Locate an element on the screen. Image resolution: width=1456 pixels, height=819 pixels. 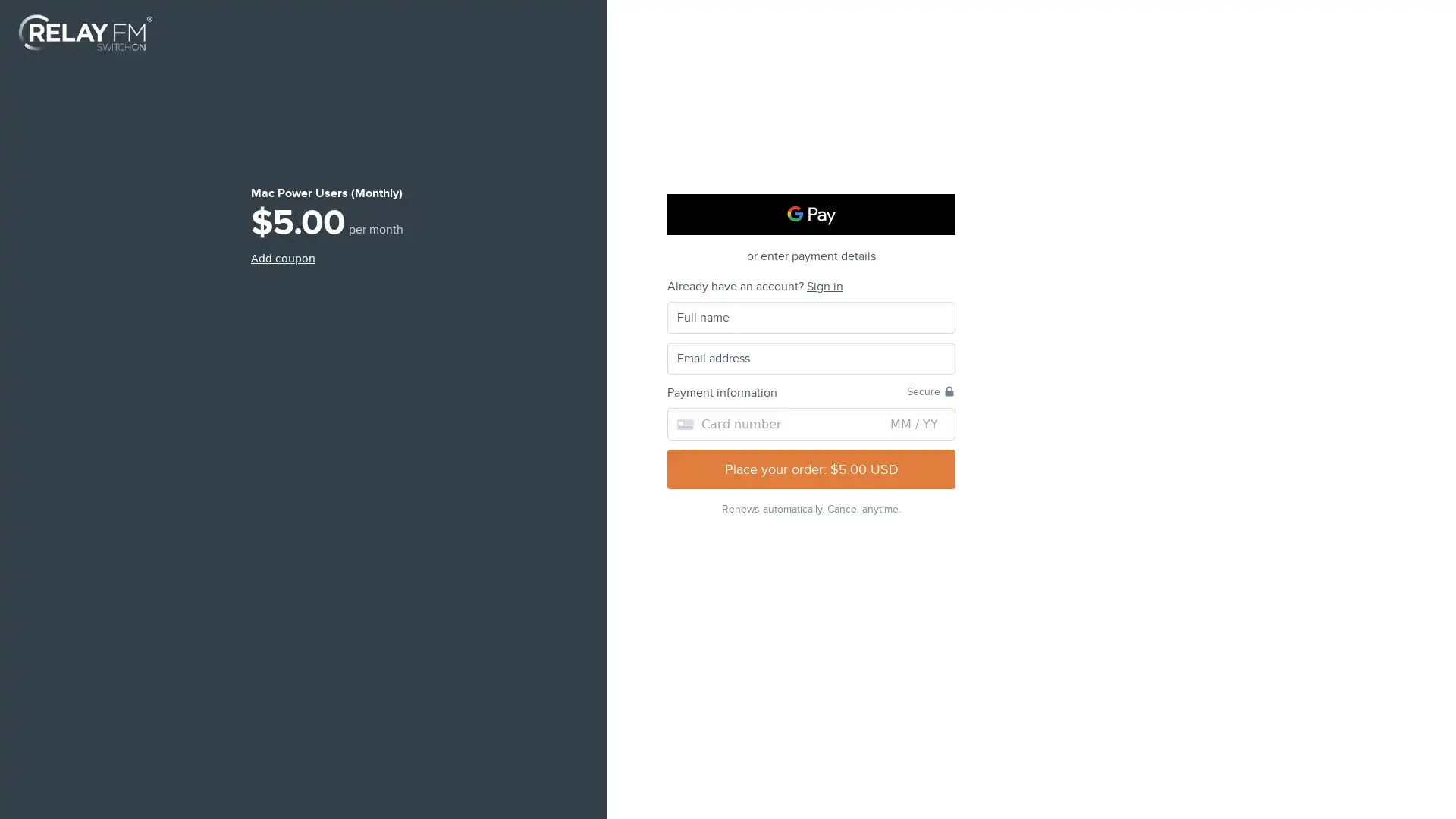
Add coupon is located at coordinates (283, 257).